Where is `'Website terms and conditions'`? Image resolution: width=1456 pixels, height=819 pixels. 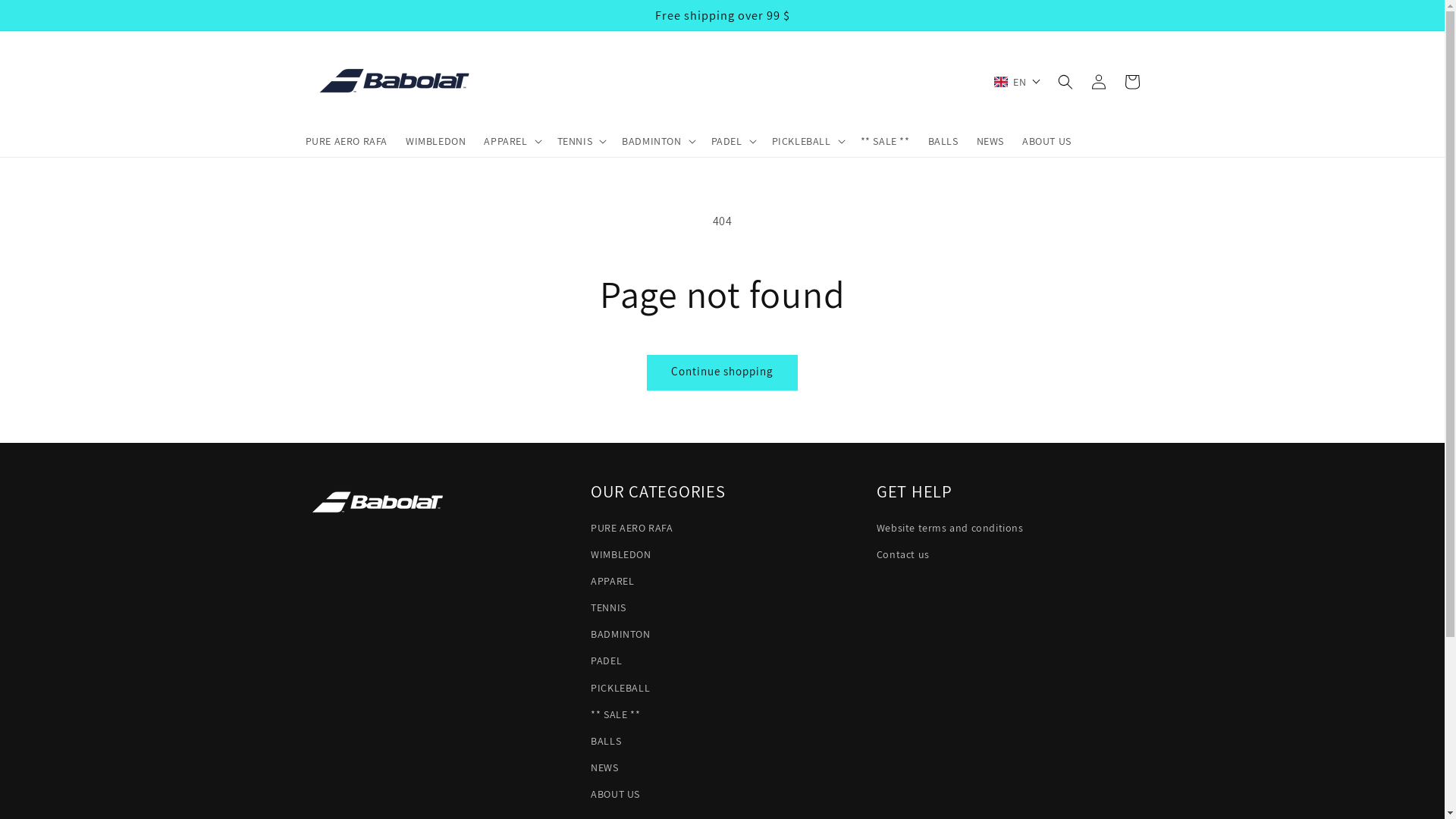
'Website terms and conditions' is located at coordinates (949, 529).